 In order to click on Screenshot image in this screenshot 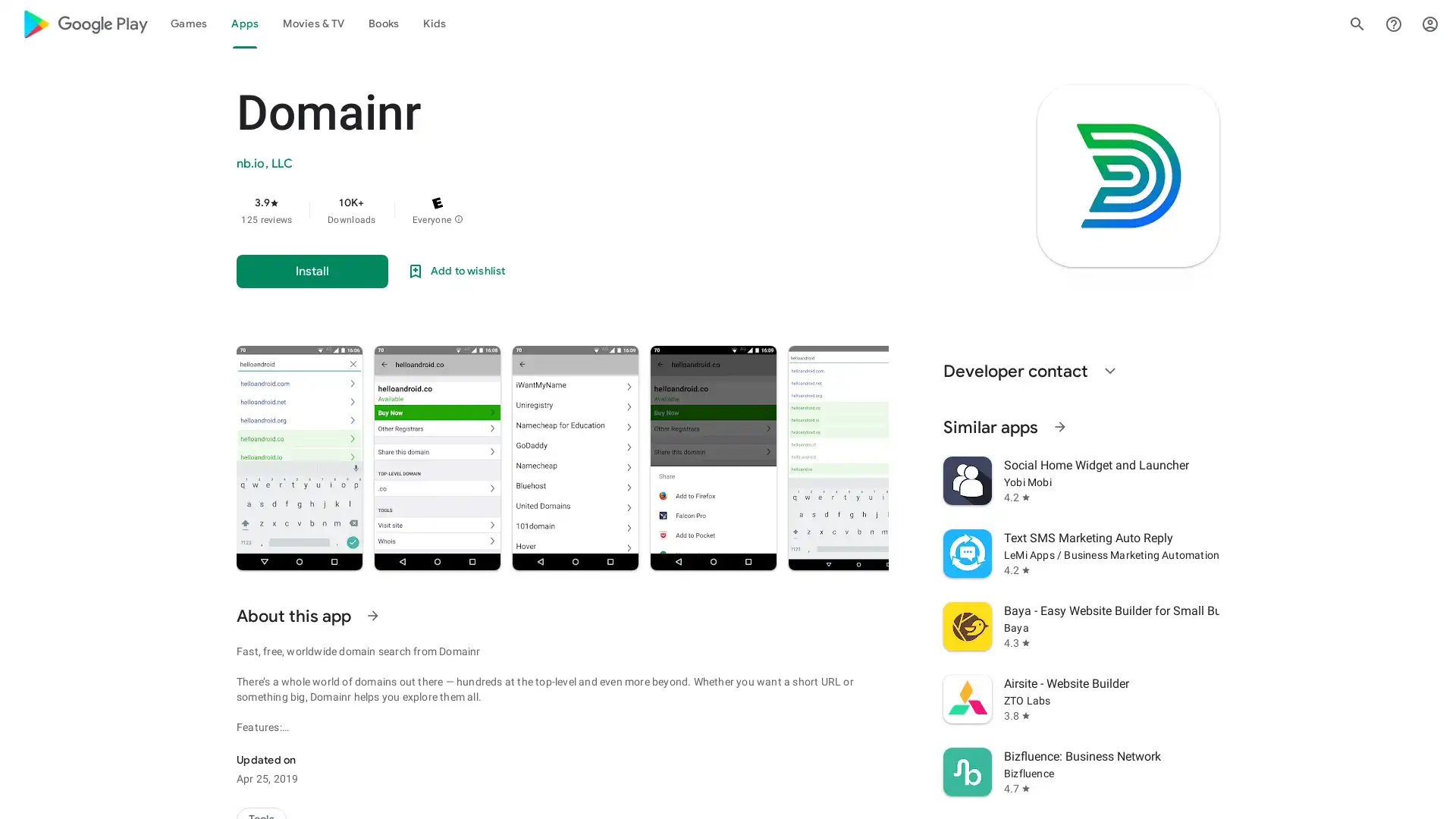, I will do `click(1163, 457)`.